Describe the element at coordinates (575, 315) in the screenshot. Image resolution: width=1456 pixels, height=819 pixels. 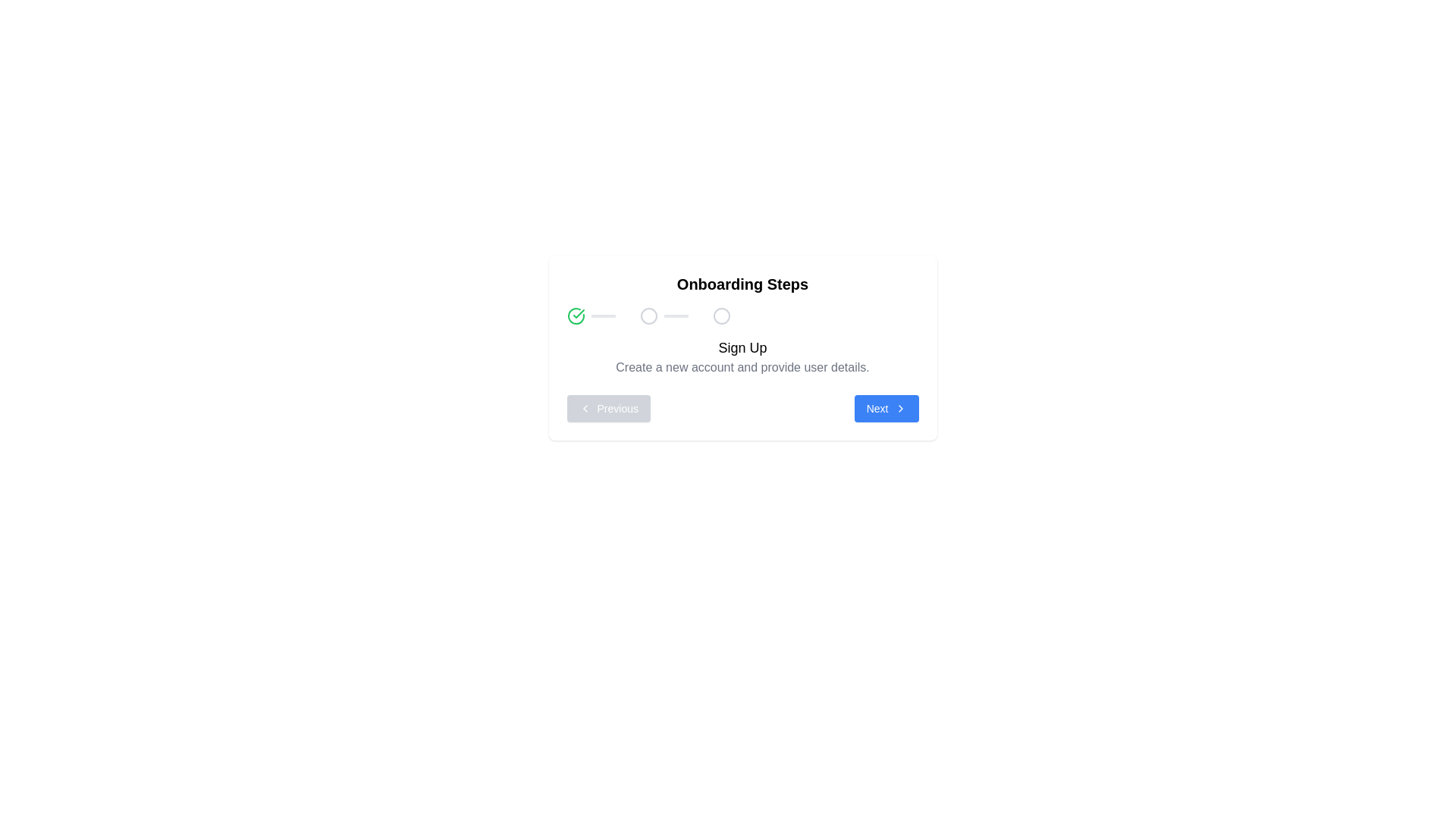
I see `the top part of the circular progression indicator icon with a check mark, which is the first in the row of three markers` at that location.